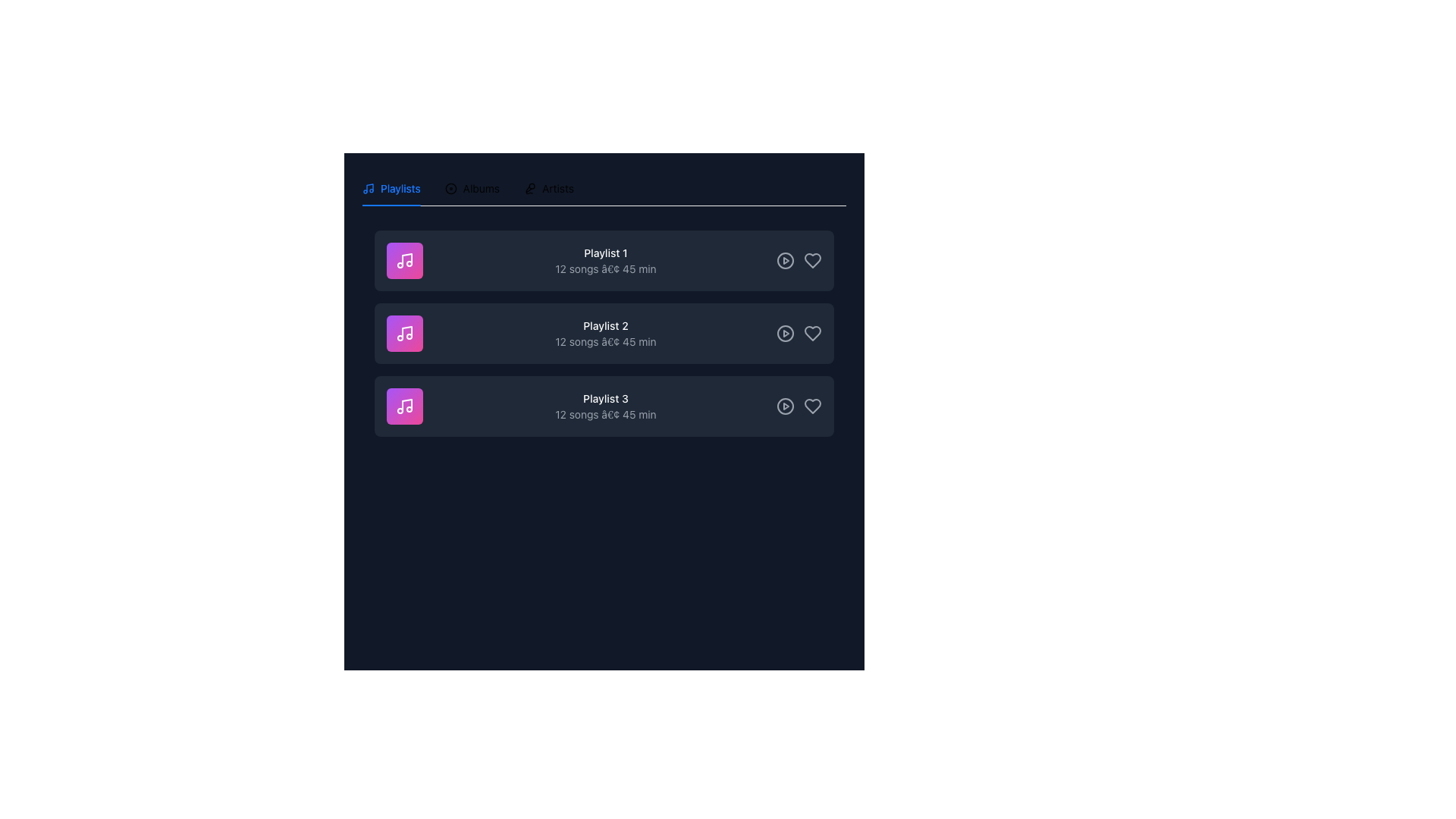  What do you see at coordinates (404, 259) in the screenshot?
I see `the music playlist icon located at the top-left corner of the first card in the playlist interface, which has a pink-to-purple gradient fill and rounded corners` at bounding box center [404, 259].